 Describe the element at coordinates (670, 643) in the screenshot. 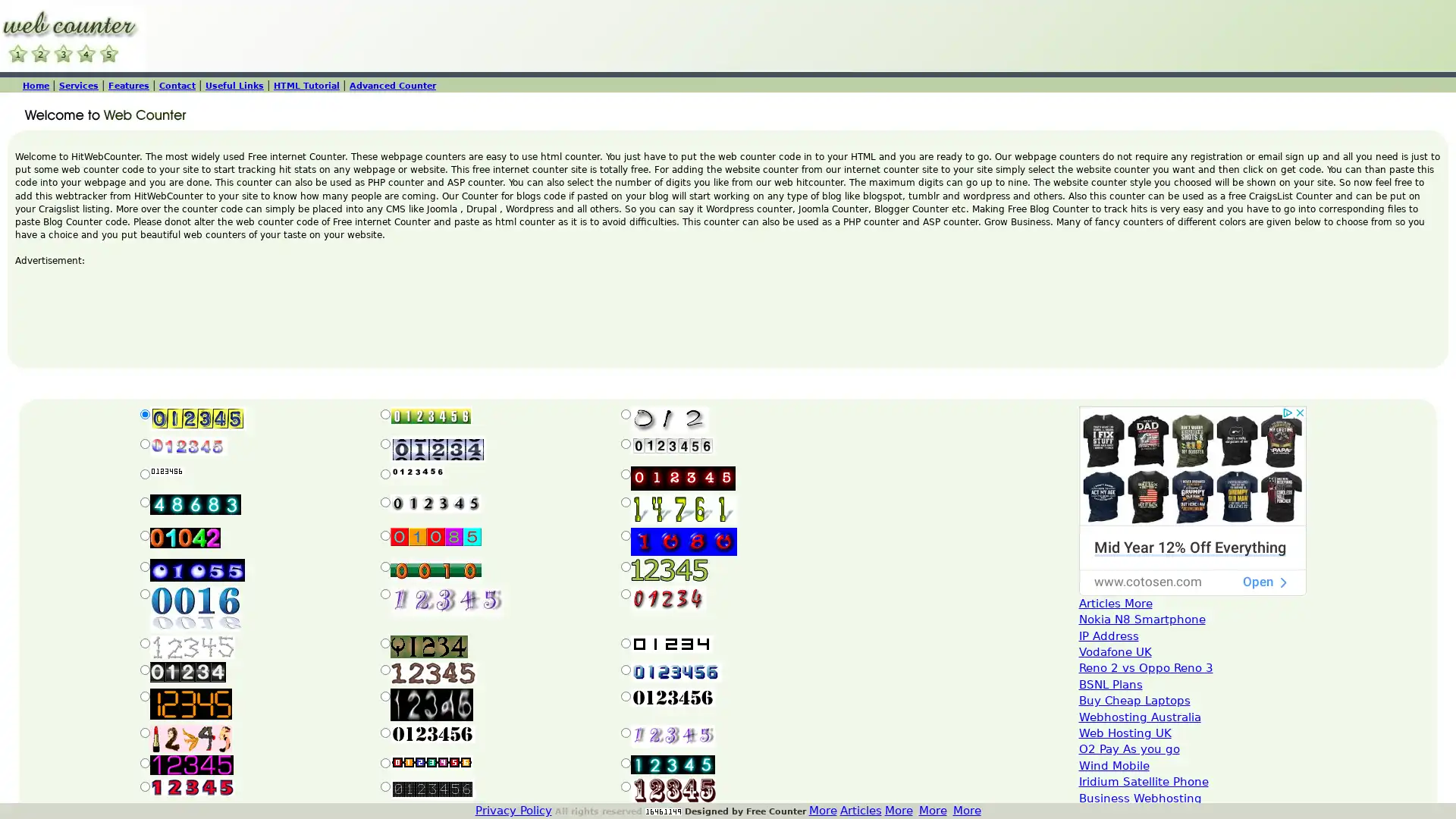

I see `Submit` at that location.